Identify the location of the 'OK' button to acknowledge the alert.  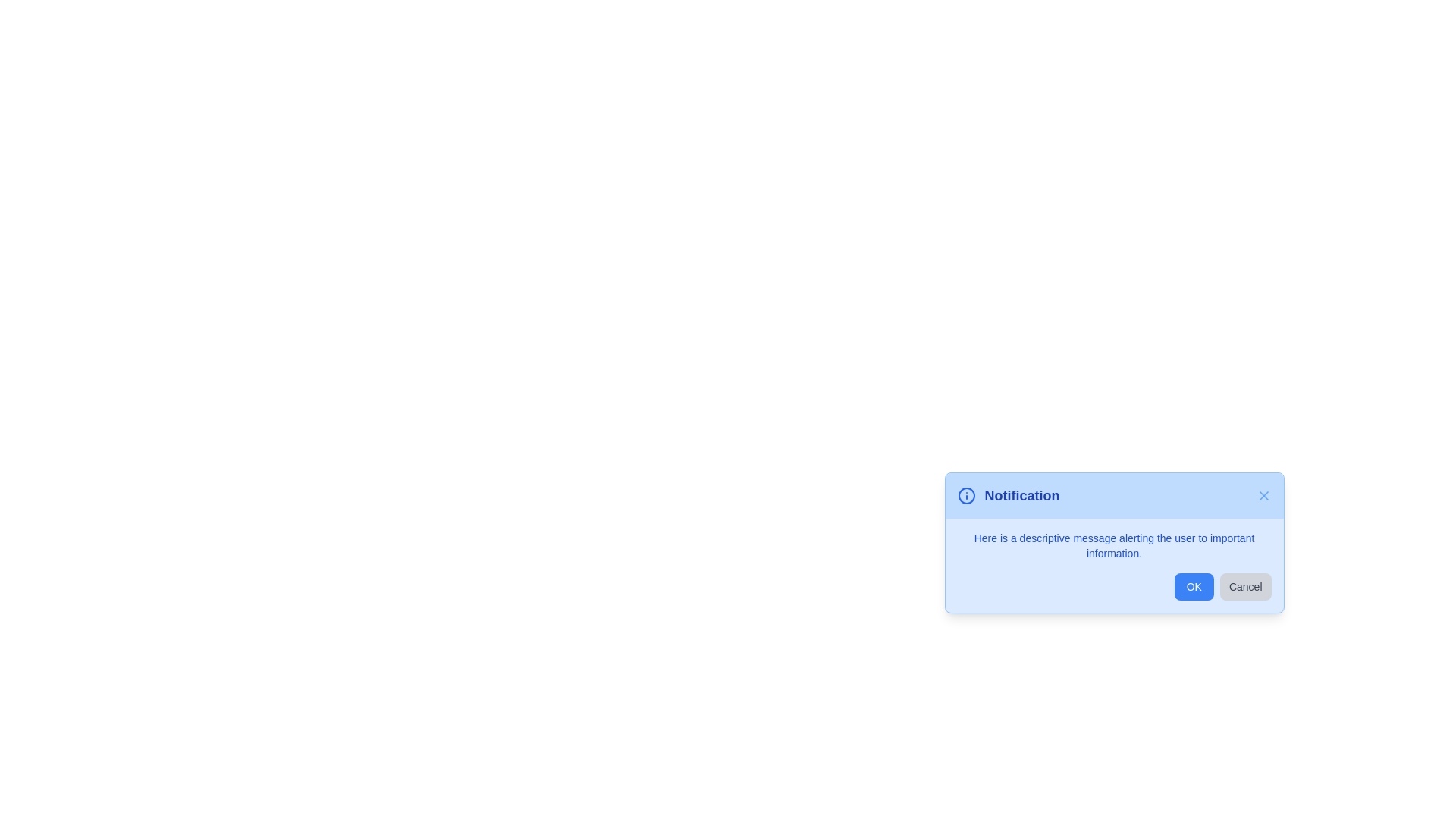
(1193, 586).